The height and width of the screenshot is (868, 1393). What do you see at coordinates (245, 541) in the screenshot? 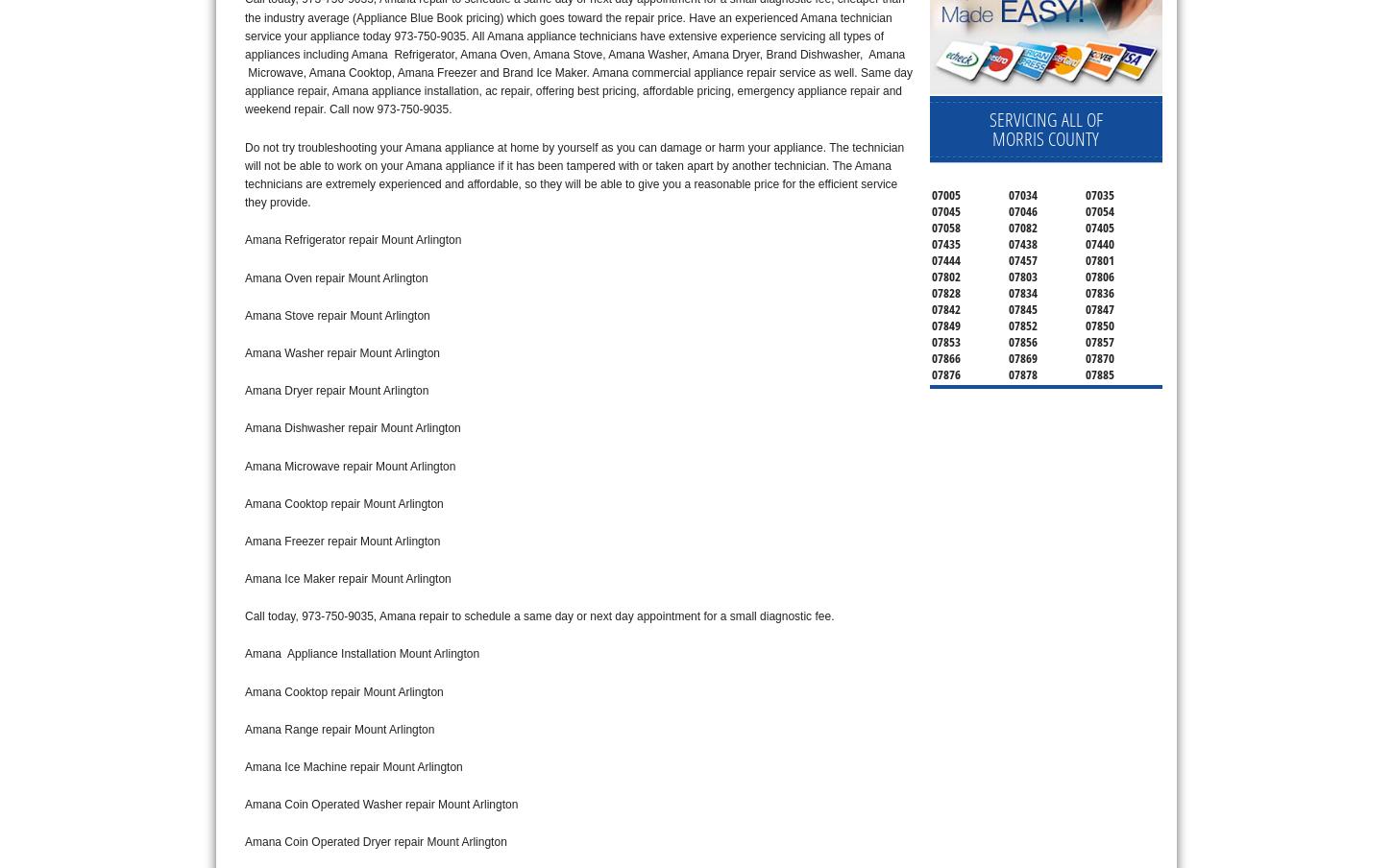
I see `'Amana Freezer repair Mount Arlington'` at bounding box center [245, 541].